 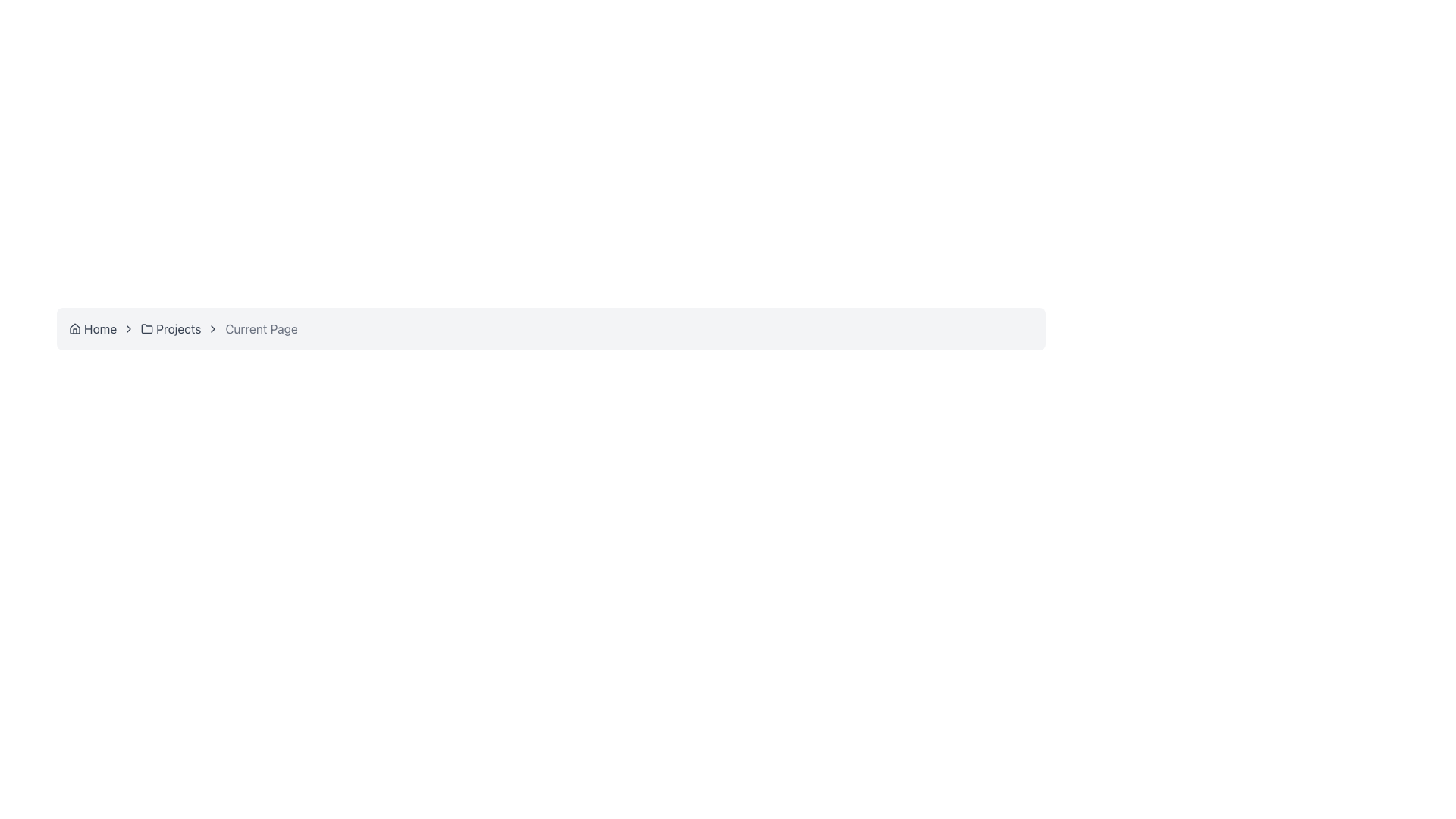 I want to click on the right-pointing chevron icon in the breadcrumb navigation, which is the third chevron between 'Projects' and 'Current Page', so click(x=212, y=328).